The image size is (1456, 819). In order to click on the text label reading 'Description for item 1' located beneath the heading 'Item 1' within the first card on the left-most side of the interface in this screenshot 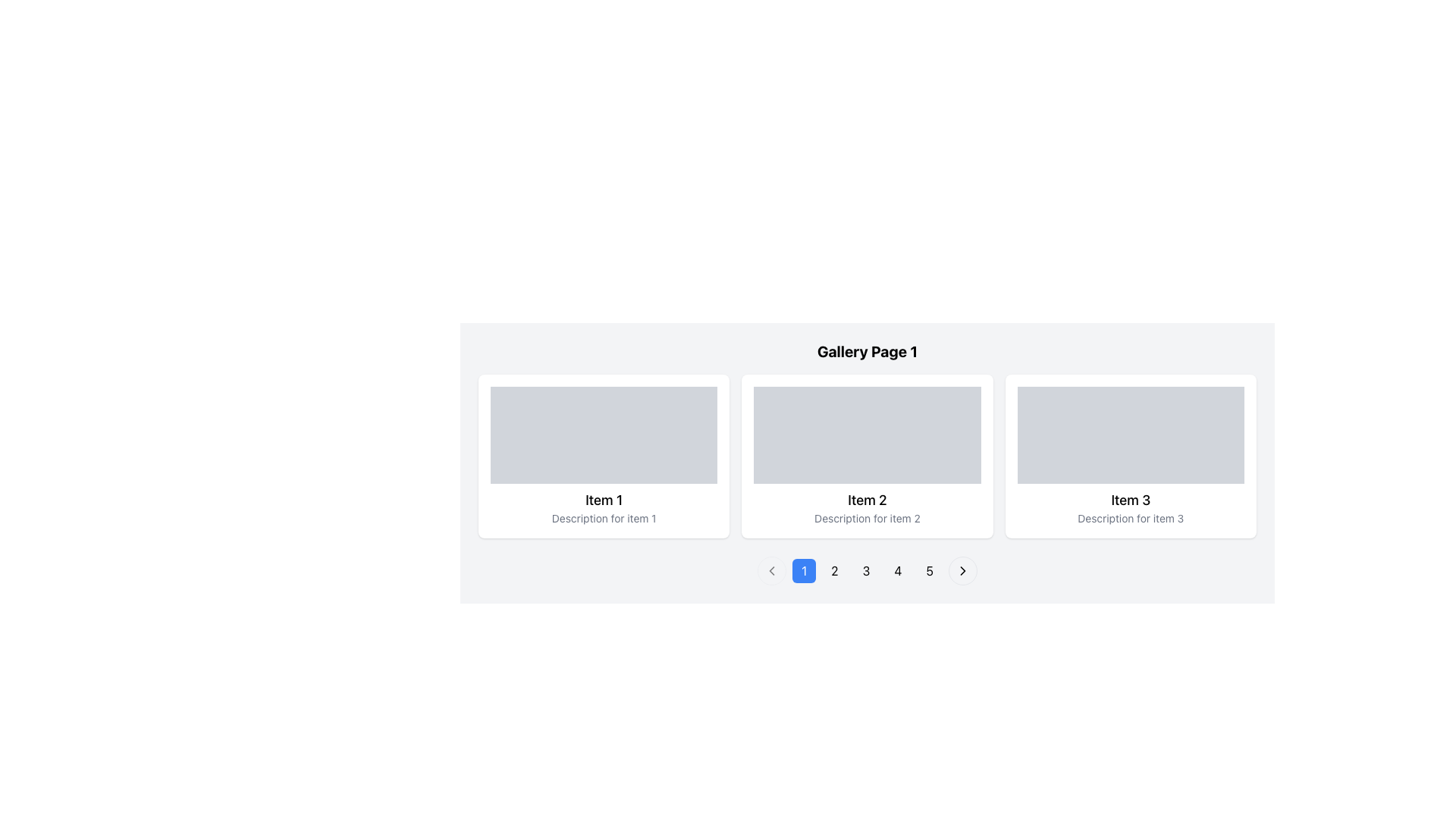, I will do `click(603, 517)`.